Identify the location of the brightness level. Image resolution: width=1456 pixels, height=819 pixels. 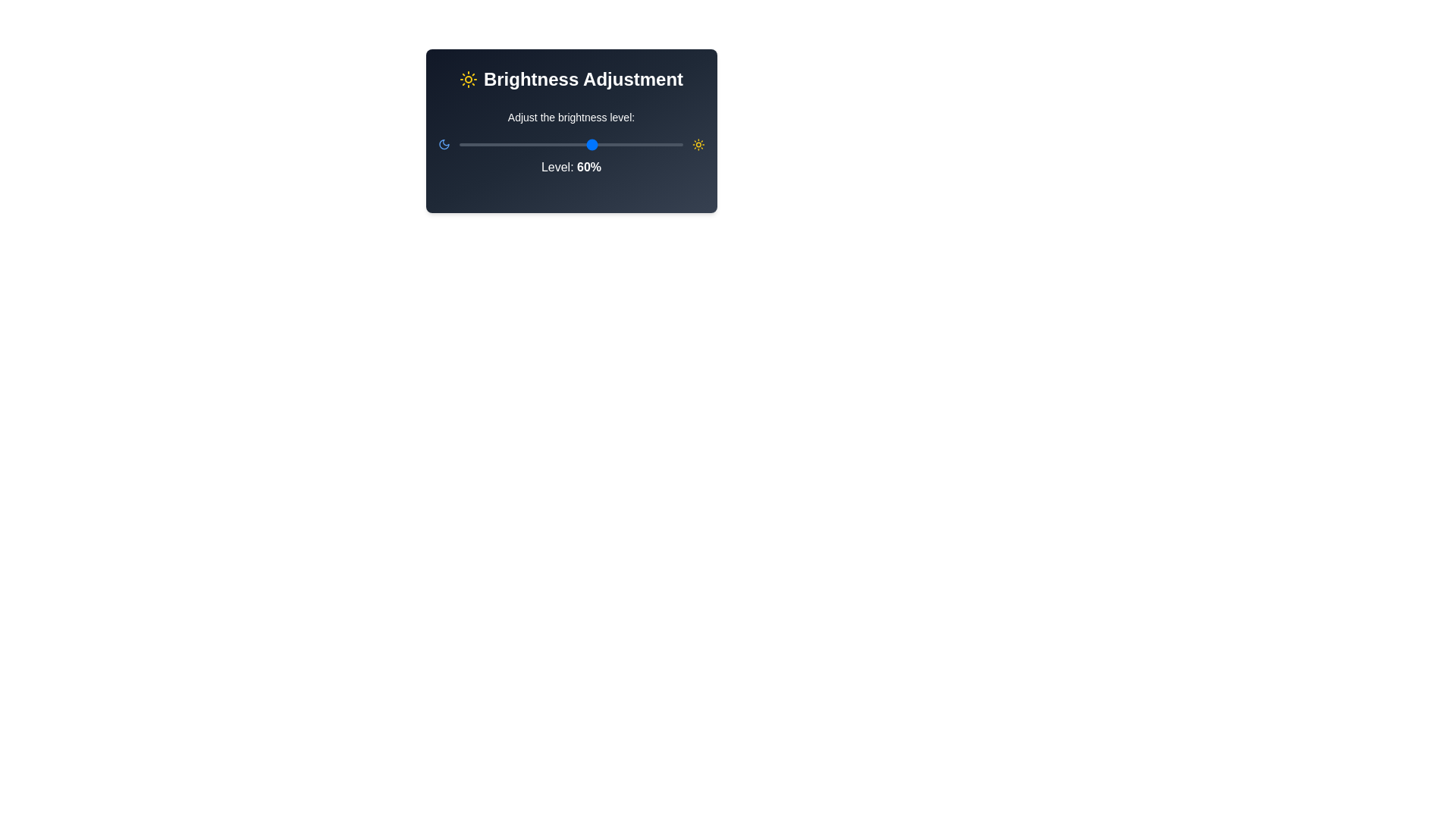
(548, 145).